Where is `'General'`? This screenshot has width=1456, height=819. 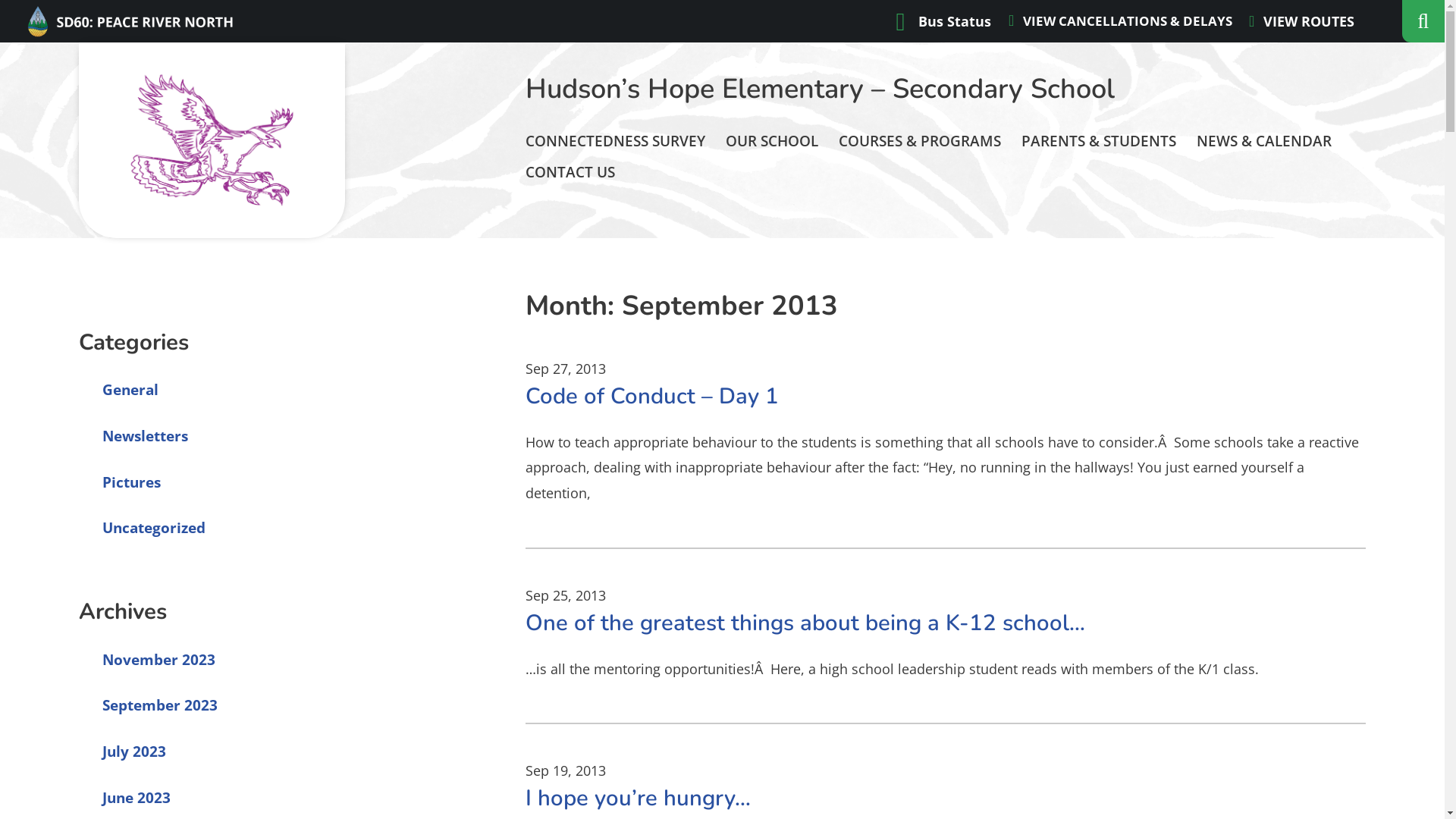 'General' is located at coordinates (118, 388).